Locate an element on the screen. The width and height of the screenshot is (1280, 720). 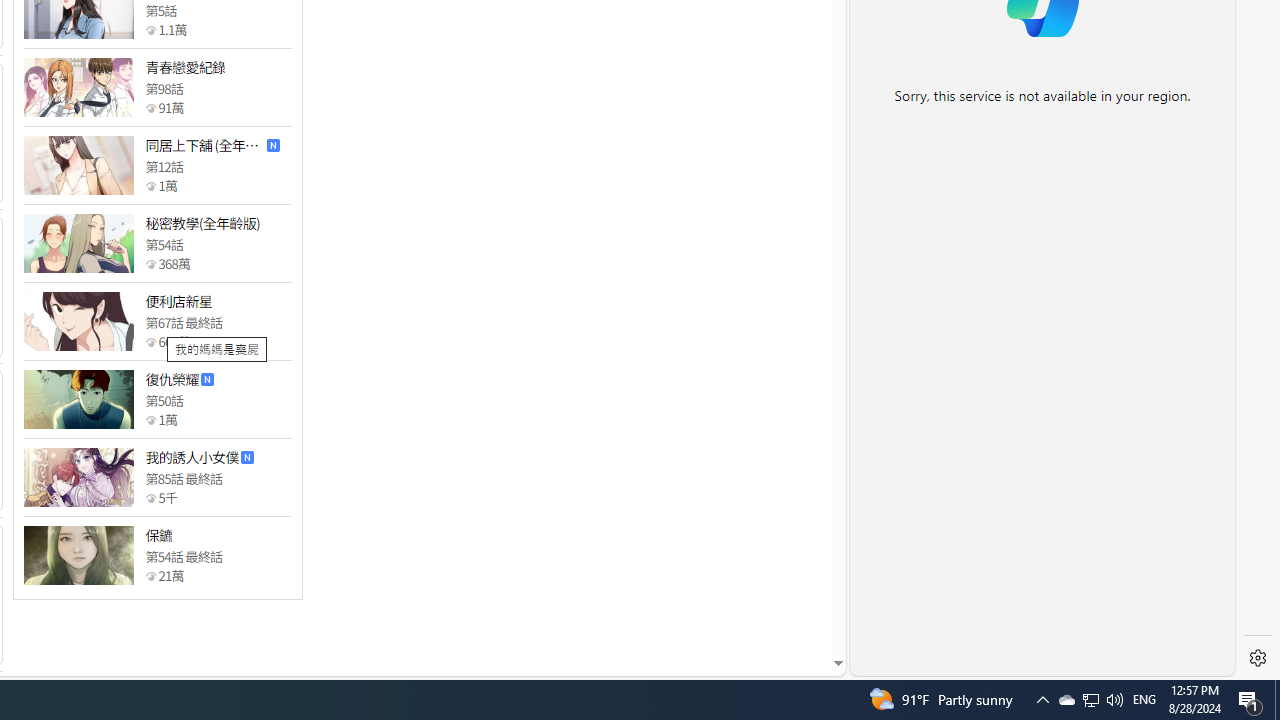
'Class: thumb_img' is located at coordinates (78, 555).